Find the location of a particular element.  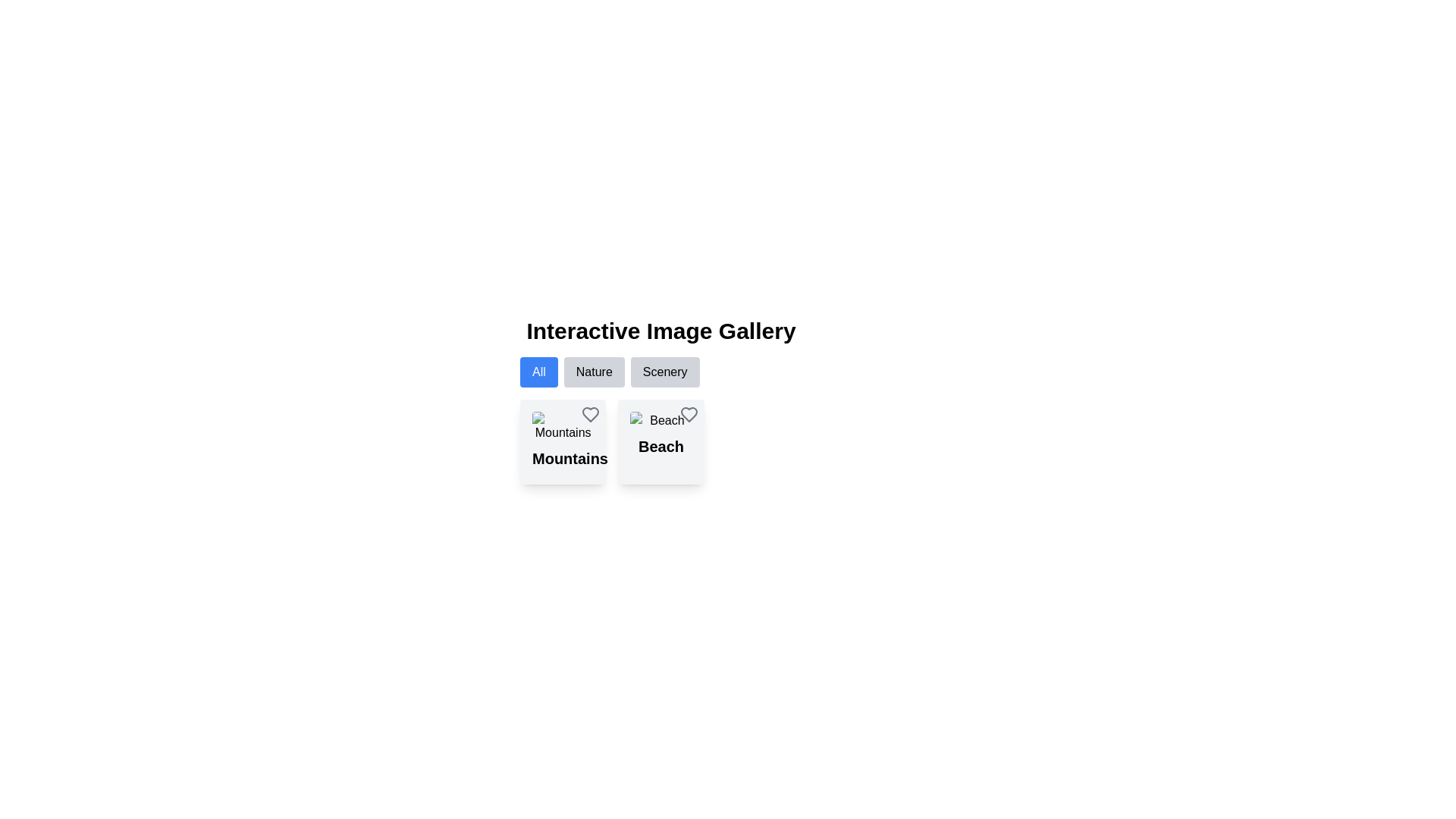

the 'Nature' button, which is a rectangular button with rounded corners and a light gray background, located between the 'All' button and the 'Scenery' button in the Interactive Image Gallery is located at coordinates (593, 372).